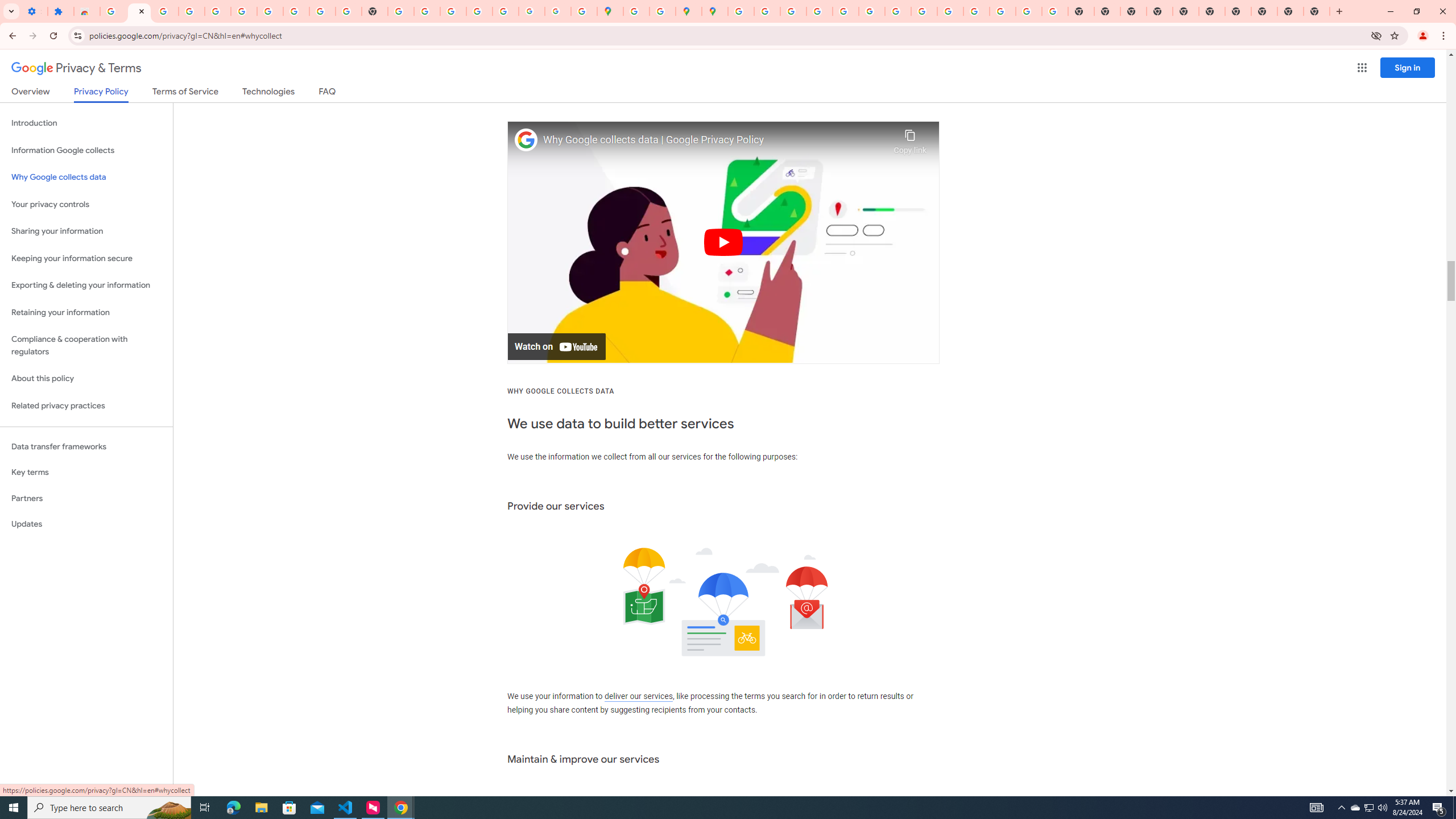  I want to click on 'Partners', so click(86, 498).